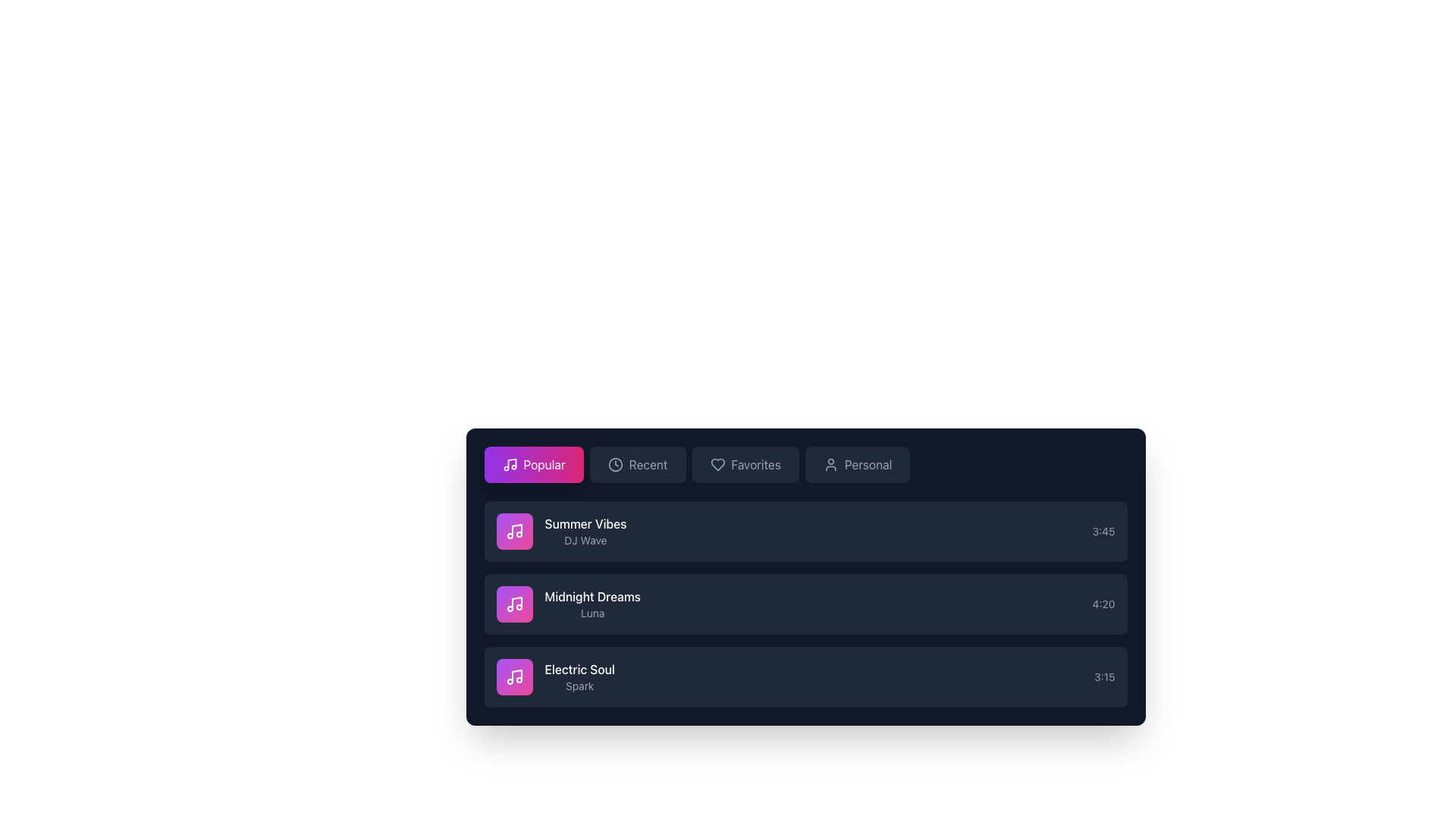 Image resolution: width=1456 pixels, height=819 pixels. Describe the element at coordinates (648, 464) in the screenshot. I see `the 'Recent' text label in the navigation bar, which is styled in gray and located next to a clock icon, to trigger a visual effect` at that location.